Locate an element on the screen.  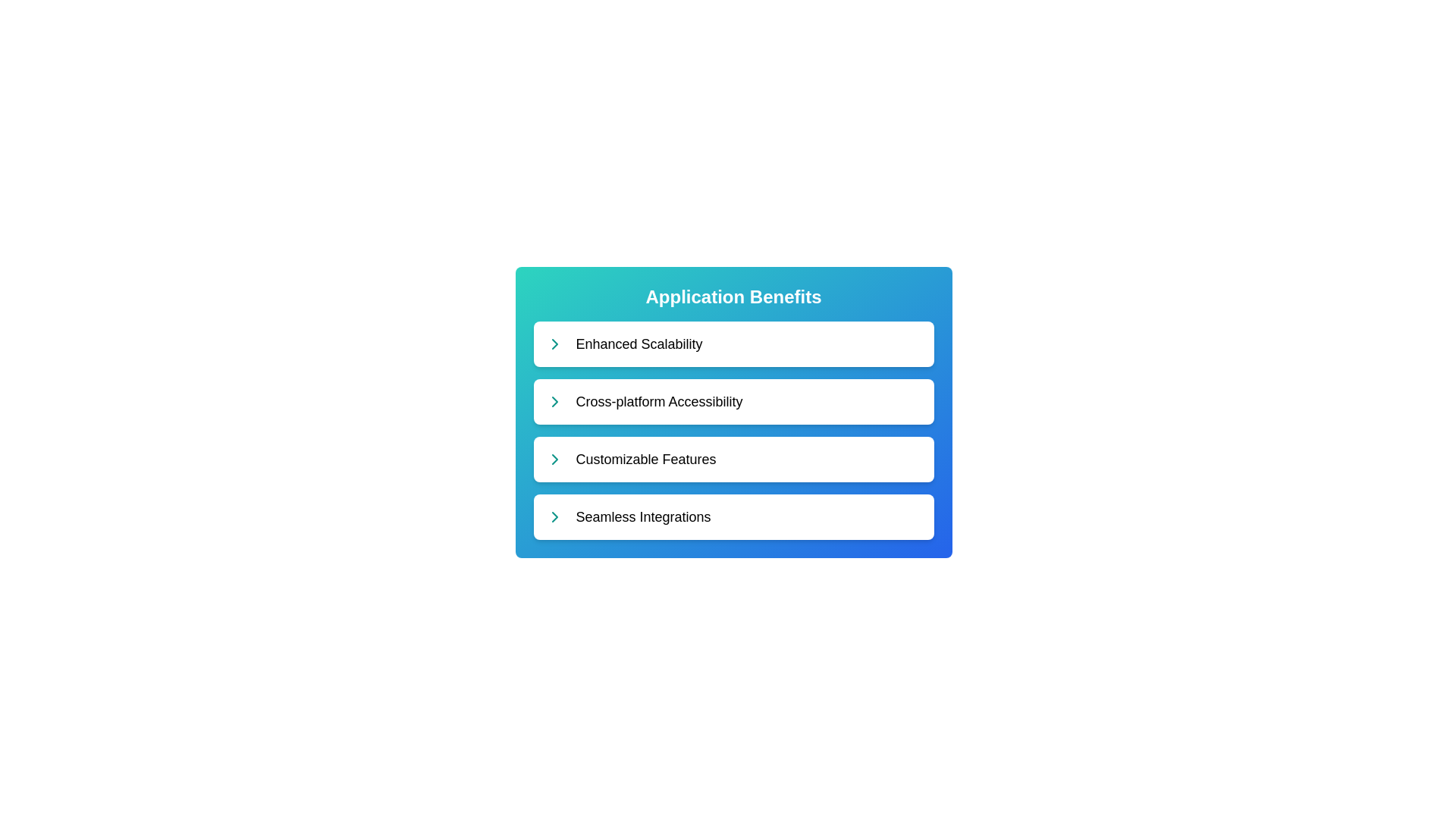
text of the label positioned vertically in the list between 'Enhanced Scalability' and 'Customizable Features' is located at coordinates (659, 400).